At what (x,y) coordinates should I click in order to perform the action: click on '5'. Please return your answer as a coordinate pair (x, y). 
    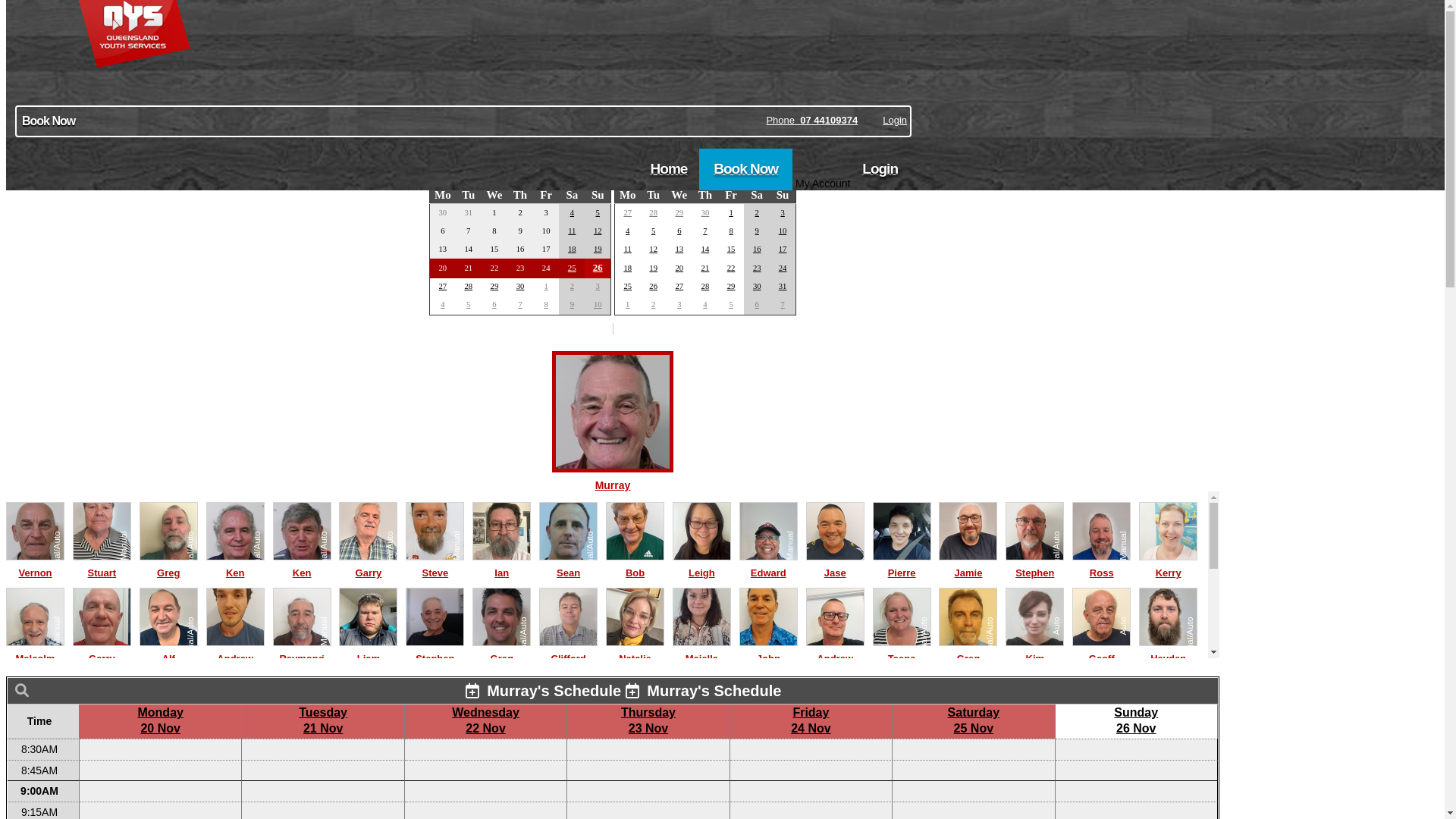
    Looking at the image, I should click on (597, 212).